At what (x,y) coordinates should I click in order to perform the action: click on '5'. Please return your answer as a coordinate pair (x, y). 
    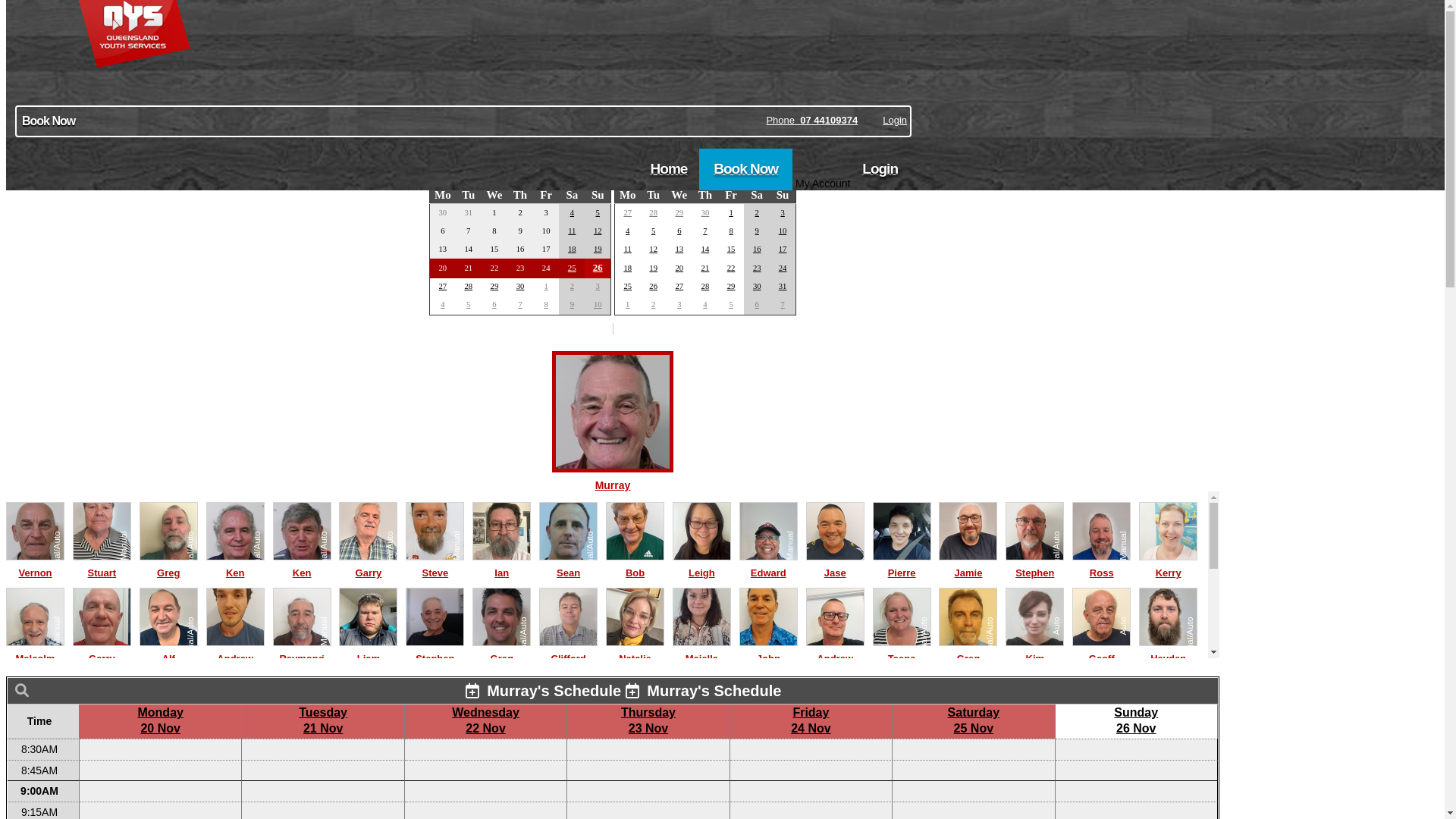
    Looking at the image, I should click on (597, 212).